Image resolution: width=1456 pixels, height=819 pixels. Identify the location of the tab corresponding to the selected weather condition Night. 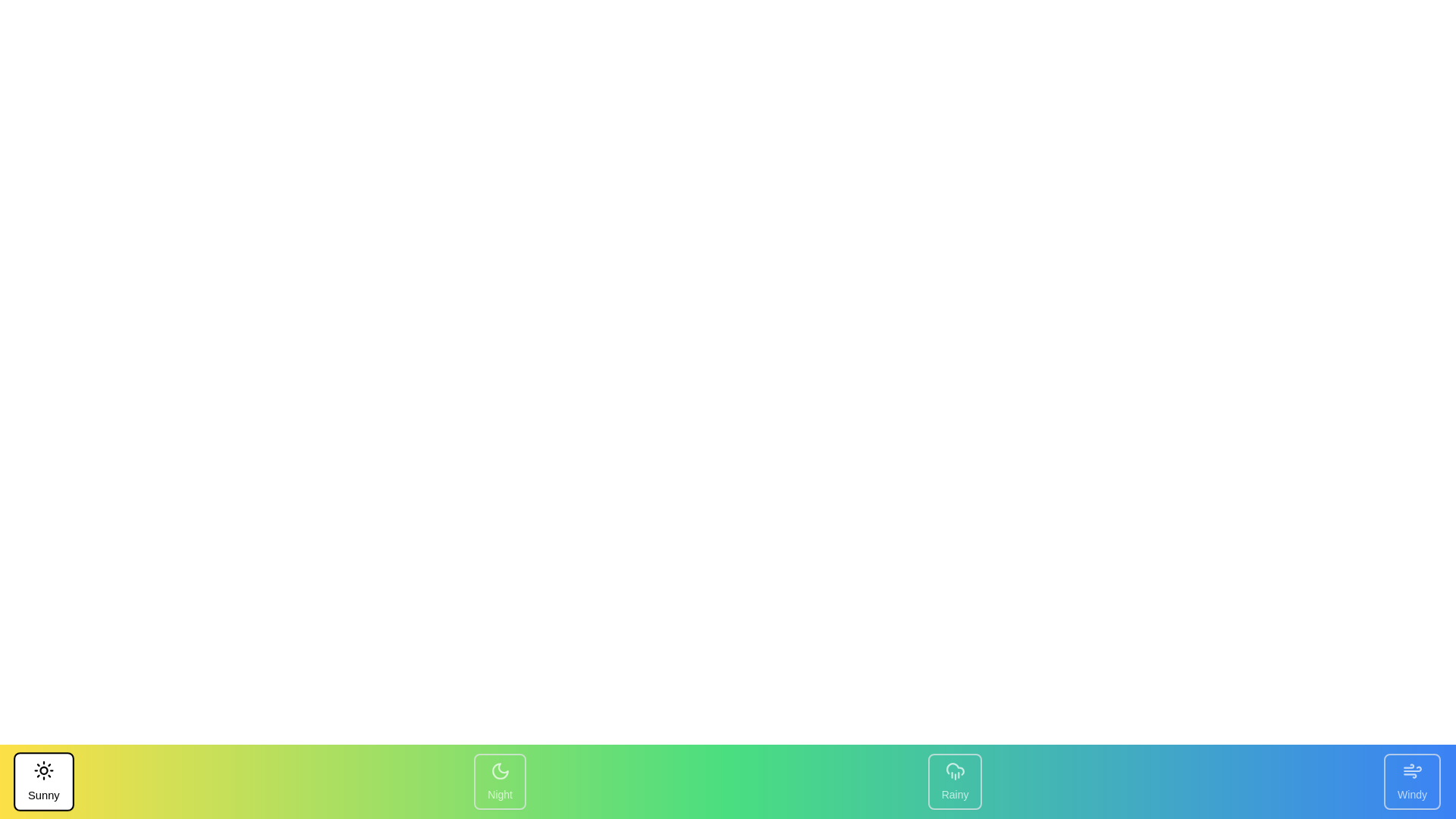
(500, 781).